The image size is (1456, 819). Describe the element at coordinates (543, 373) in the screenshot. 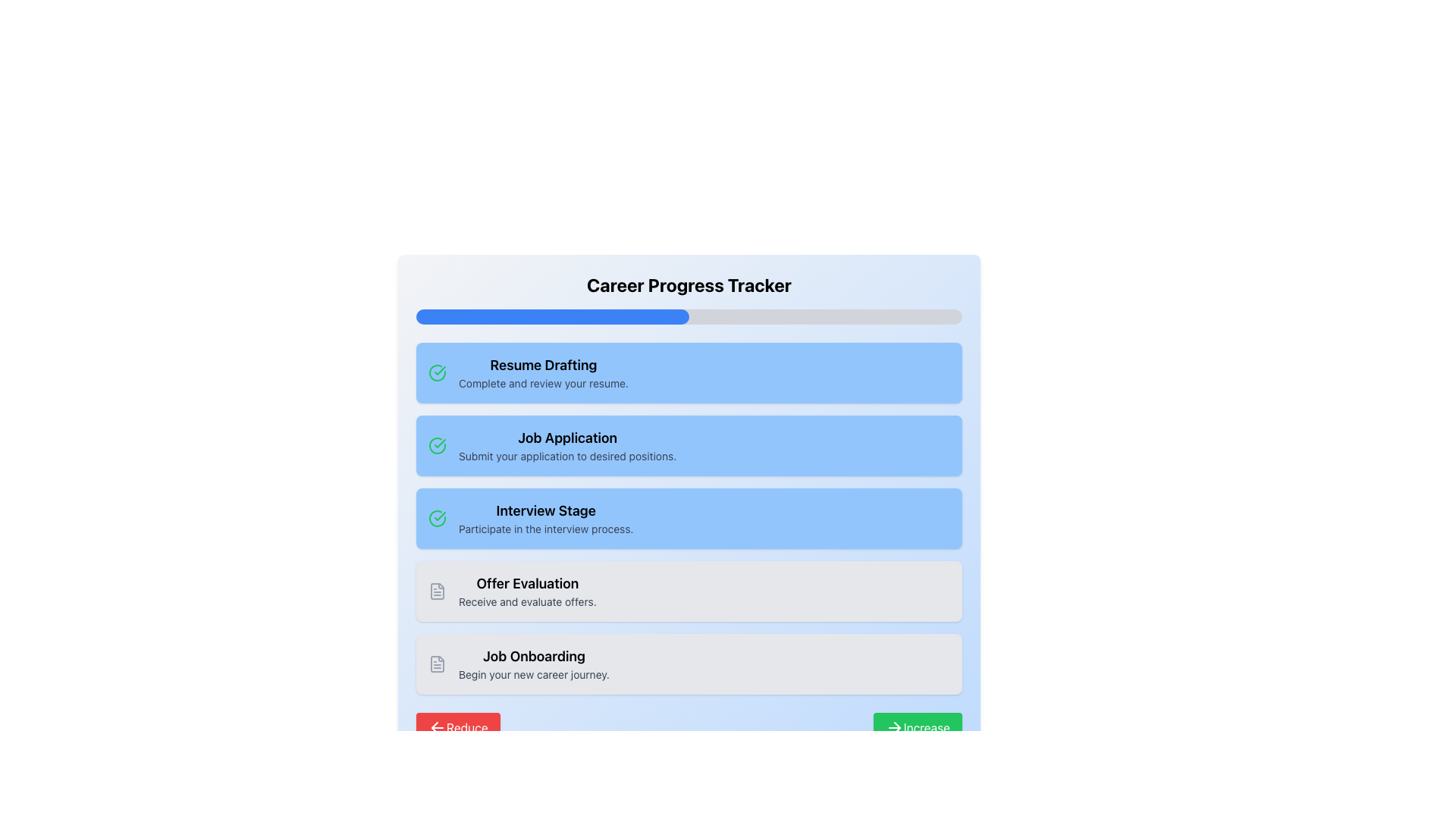

I see `the static informational text block indicating that the 'Resume Drafting' task is completed` at that location.